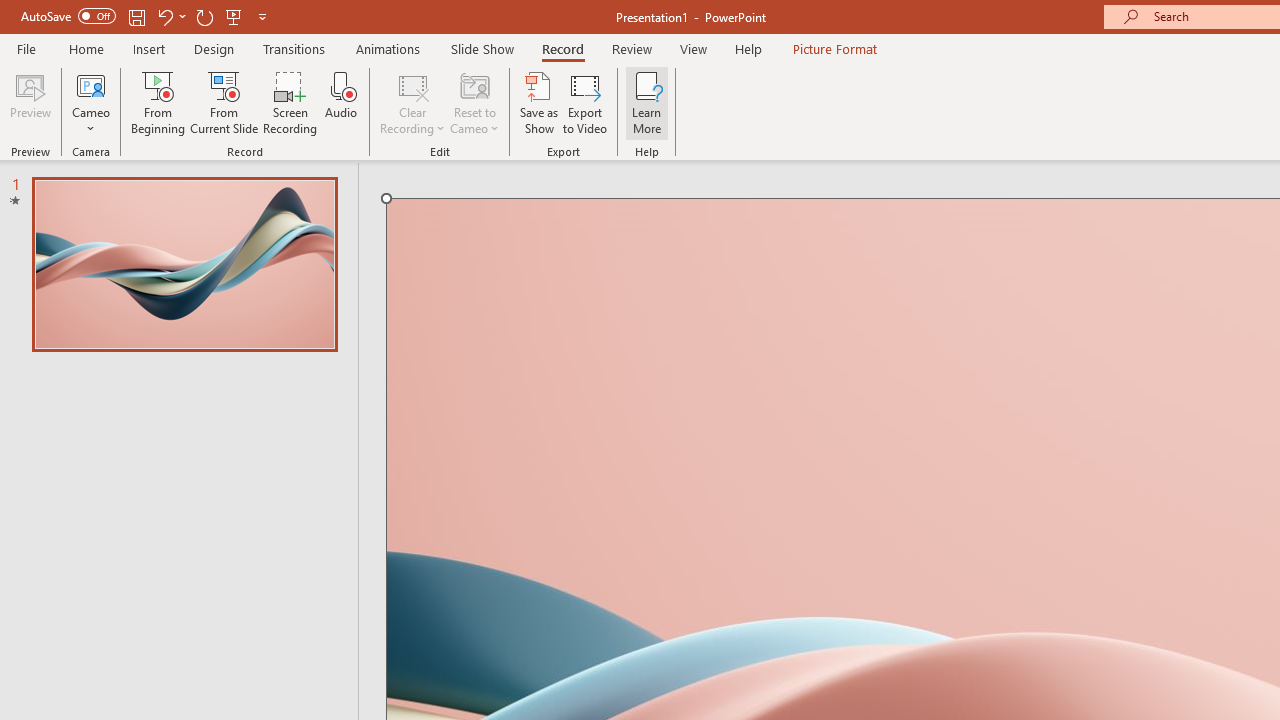 The image size is (1280, 720). Describe the element at coordinates (157, 103) in the screenshot. I see `'From Beginning...'` at that location.